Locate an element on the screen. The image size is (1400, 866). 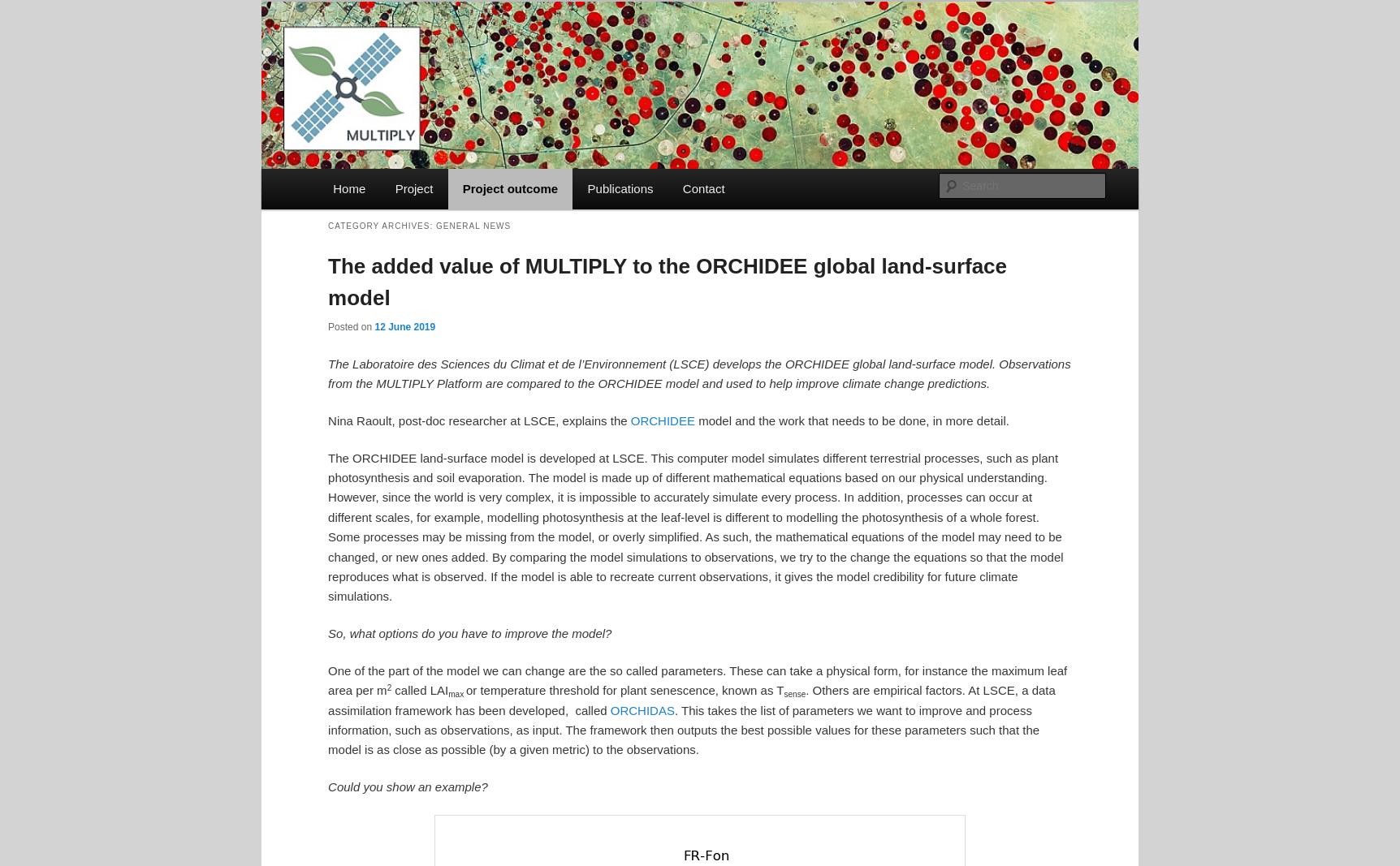
'12 June 2019' is located at coordinates (404, 326).